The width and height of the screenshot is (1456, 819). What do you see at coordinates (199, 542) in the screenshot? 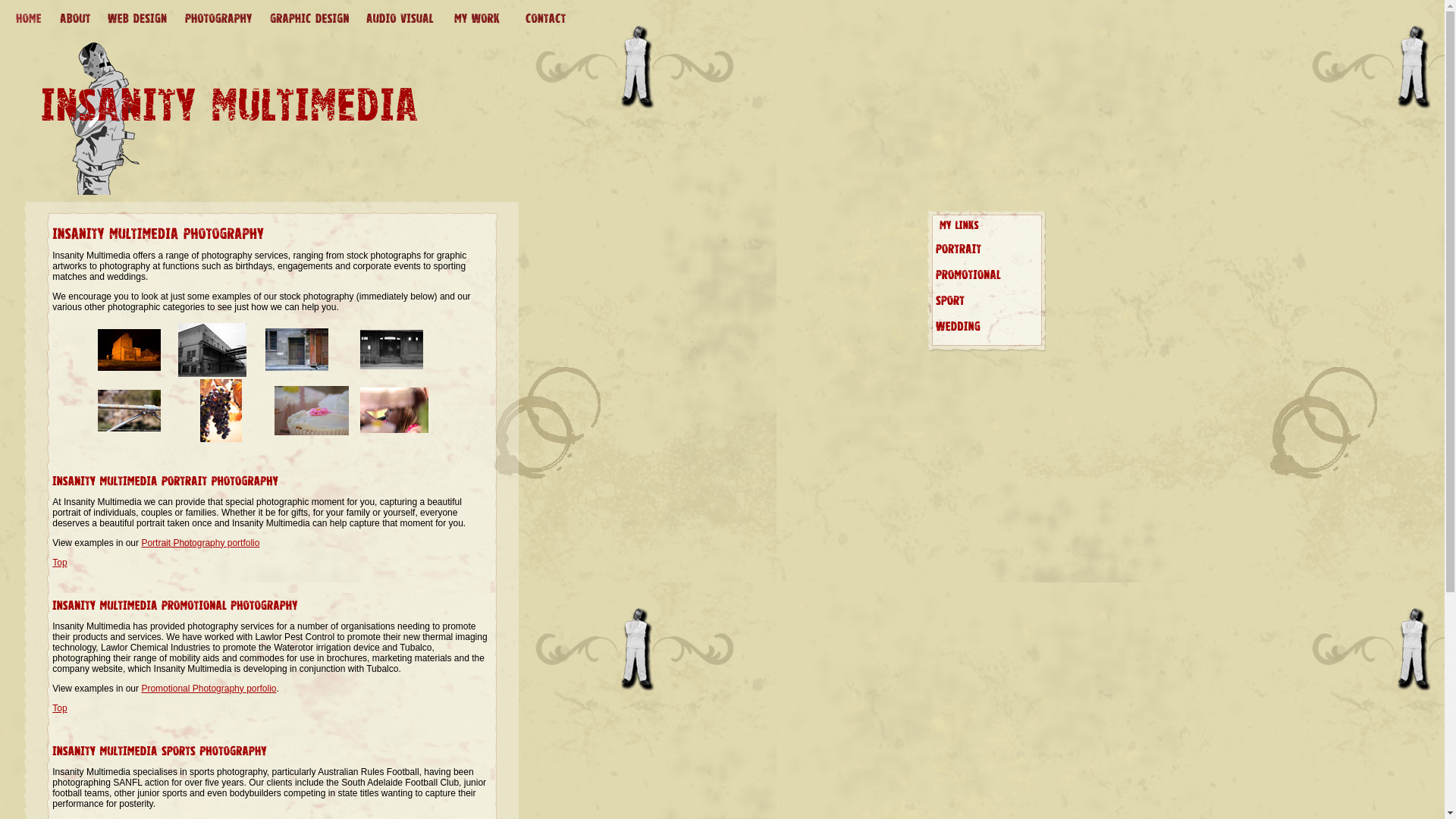
I see `'Portrait Photography portfolio'` at bounding box center [199, 542].